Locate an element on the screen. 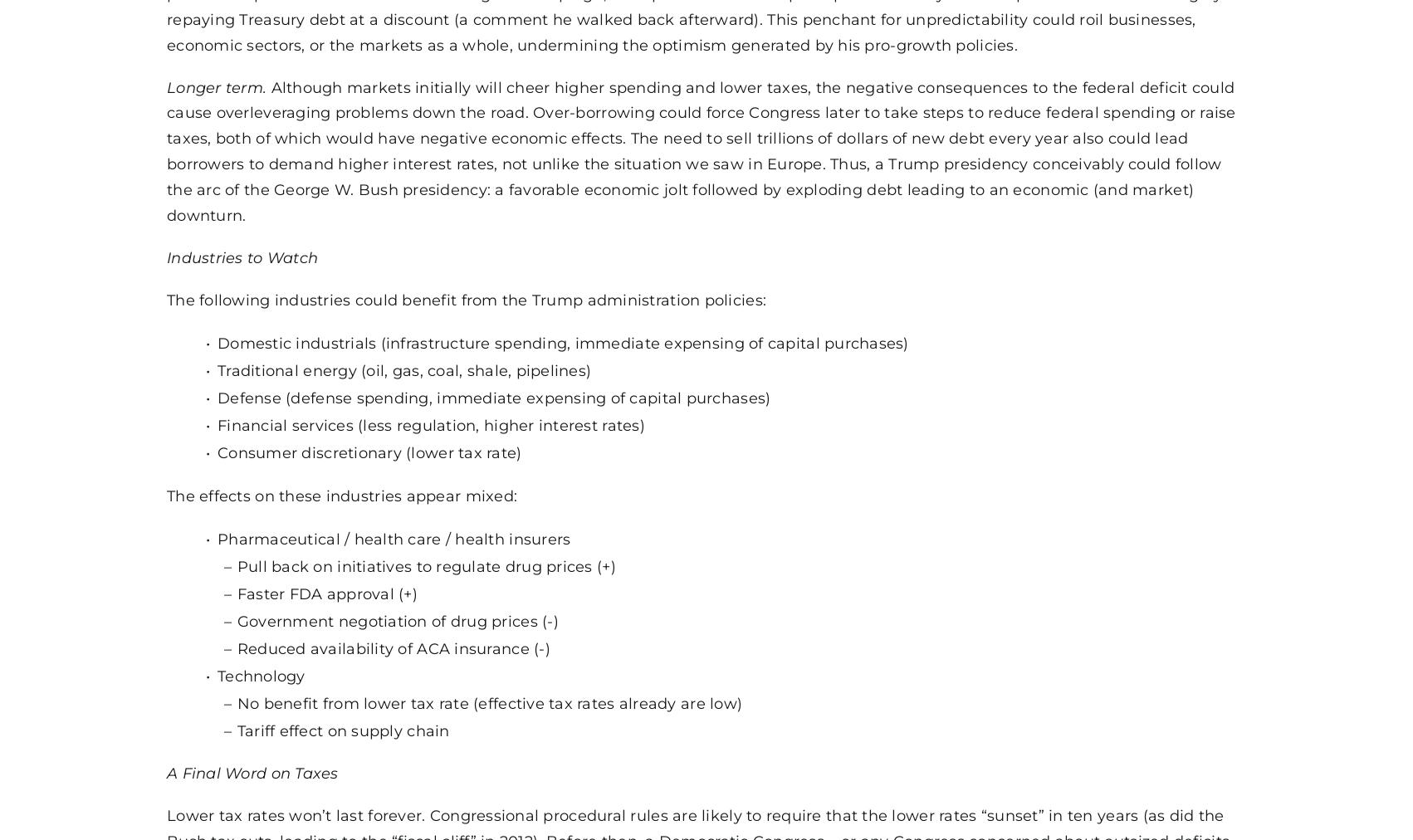 This screenshot has height=840, width=1413. 'Consumer discretionary (lower tax rate)' is located at coordinates (369, 450).